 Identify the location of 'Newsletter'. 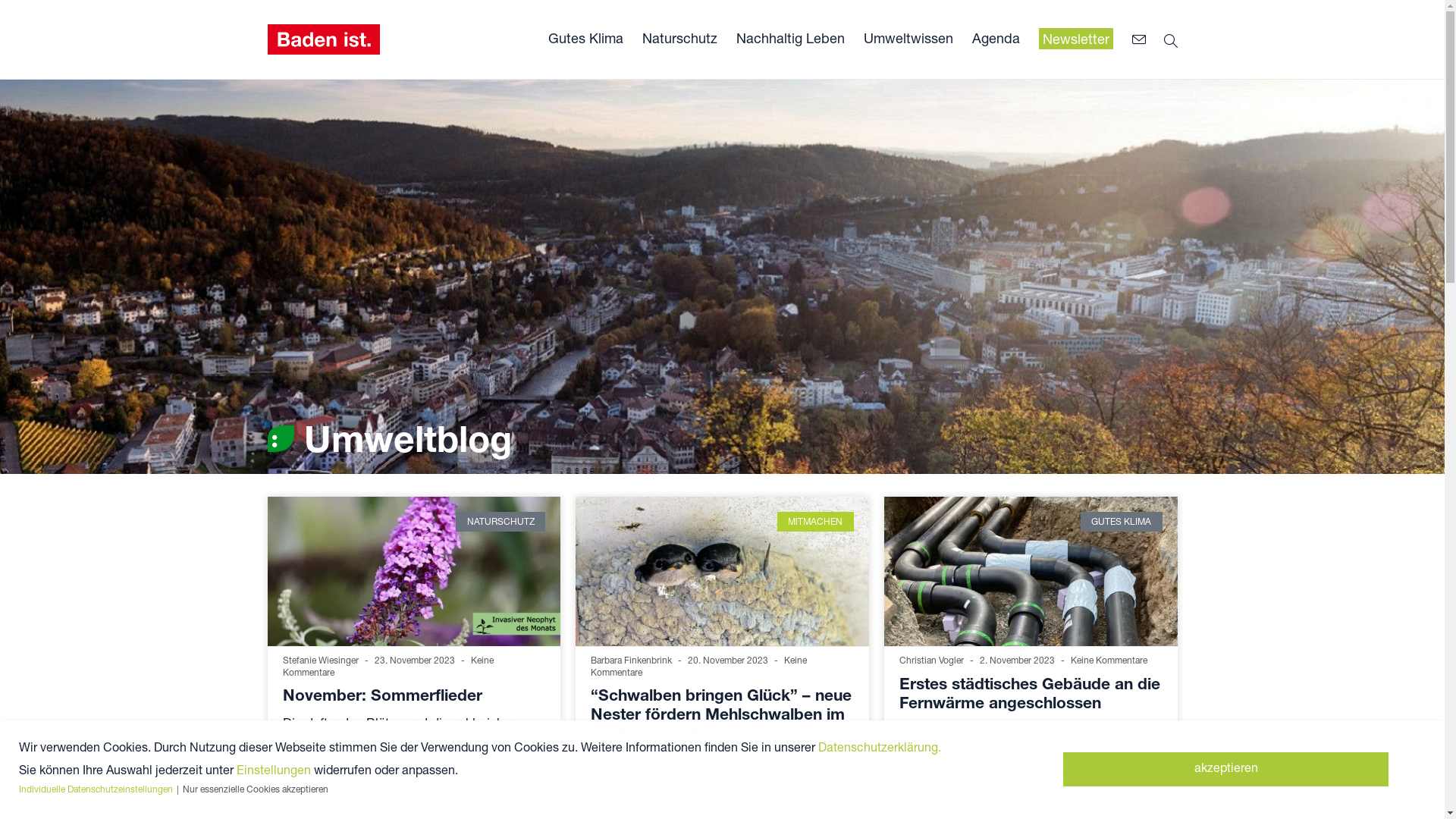
(1037, 38).